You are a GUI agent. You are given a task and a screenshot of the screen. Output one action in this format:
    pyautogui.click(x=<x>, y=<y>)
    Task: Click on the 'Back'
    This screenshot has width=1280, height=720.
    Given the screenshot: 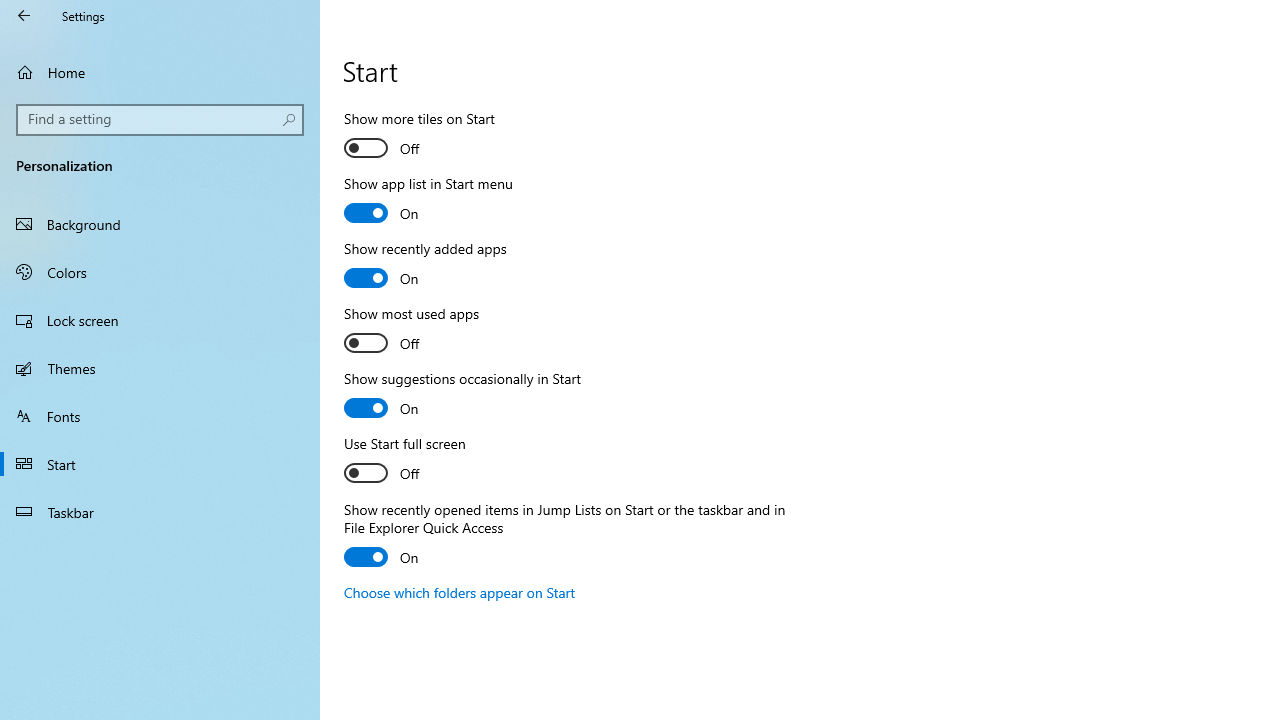 What is the action you would take?
    pyautogui.click(x=24, y=15)
    